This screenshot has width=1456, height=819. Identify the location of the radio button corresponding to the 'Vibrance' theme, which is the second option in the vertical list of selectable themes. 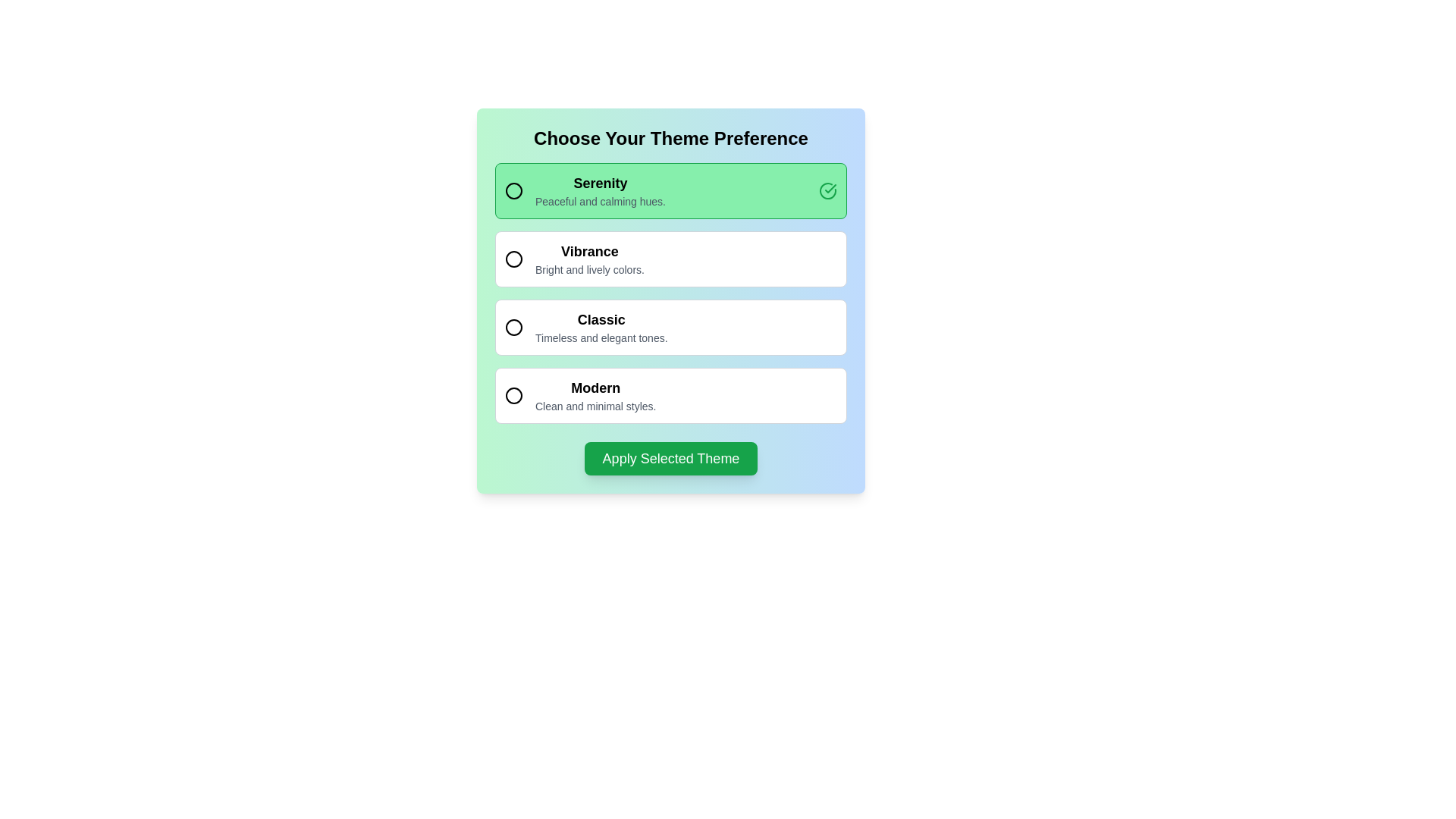
(588, 259).